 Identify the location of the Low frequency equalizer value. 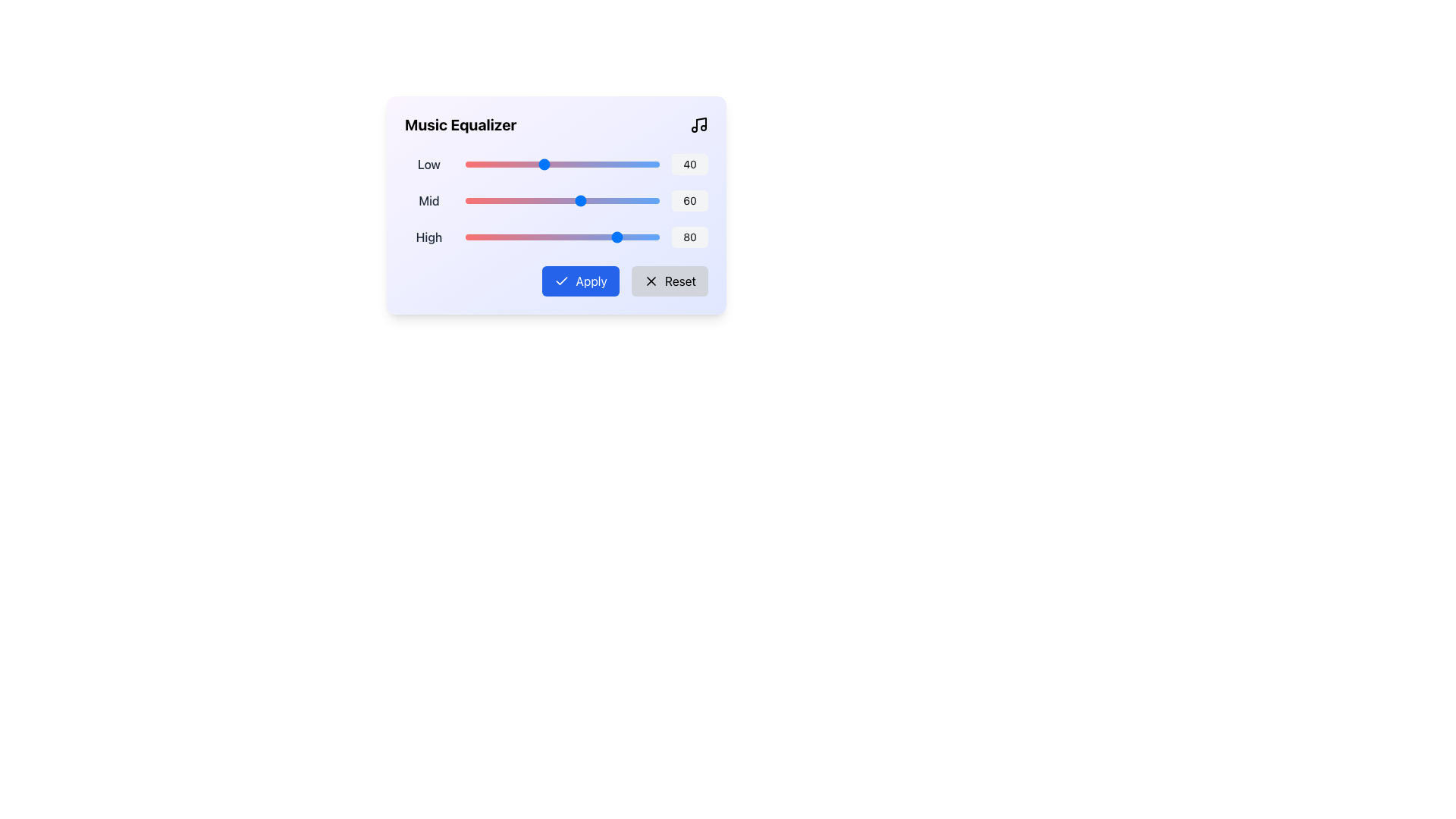
(575, 164).